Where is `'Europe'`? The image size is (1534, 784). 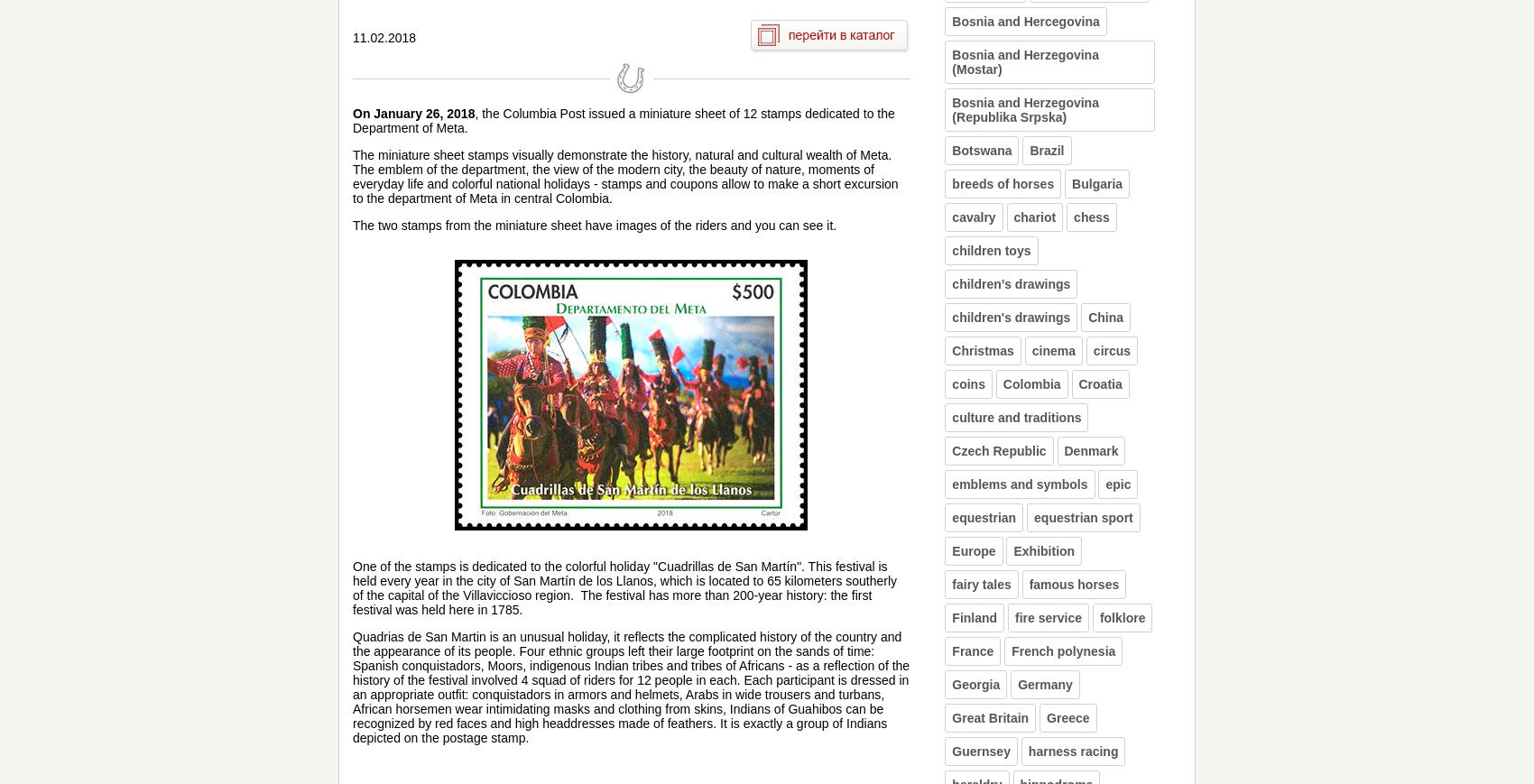 'Europe' is located at coordinates (951, 550).